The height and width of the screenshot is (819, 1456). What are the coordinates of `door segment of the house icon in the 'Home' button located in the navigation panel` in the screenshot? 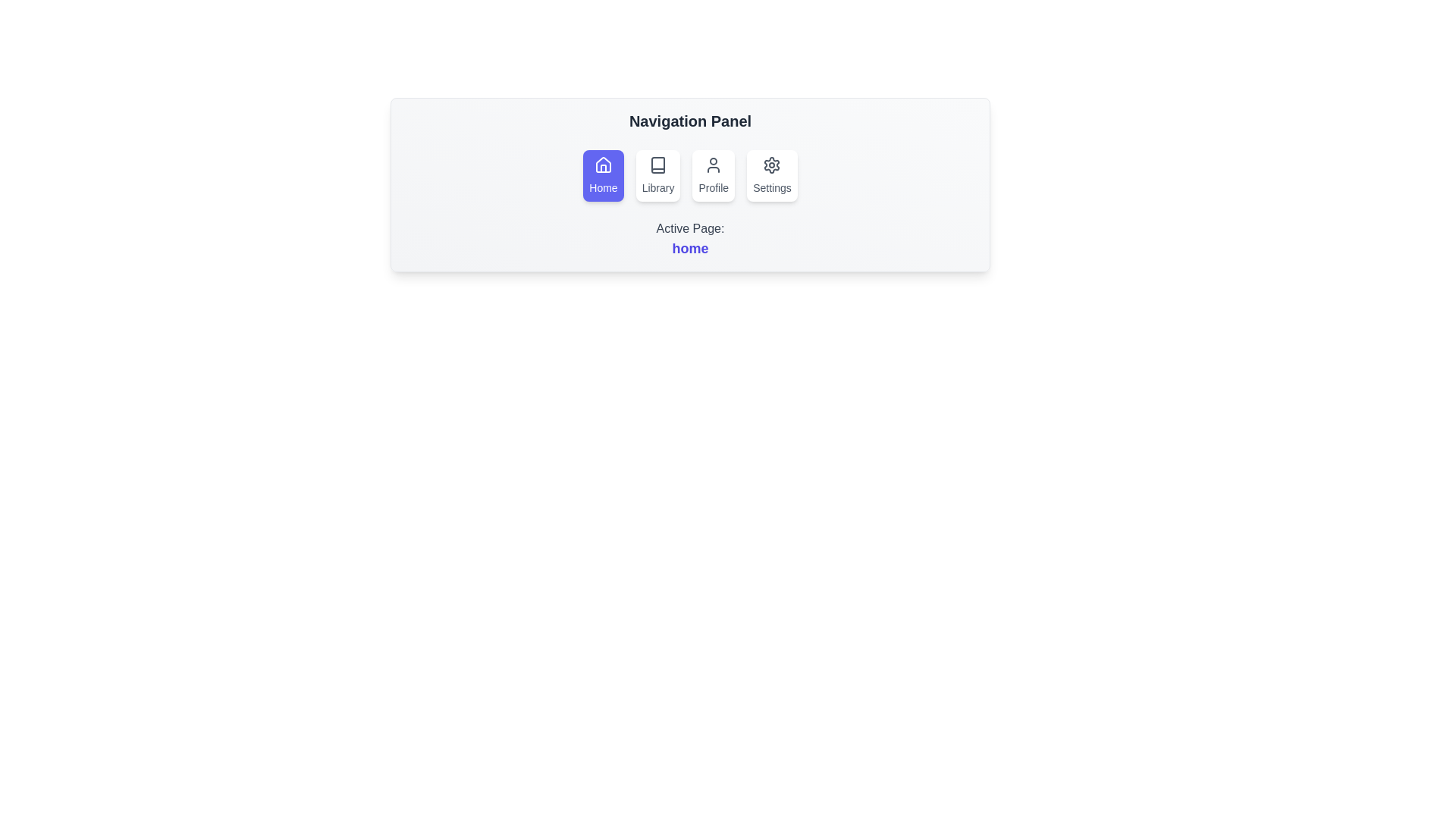 It's located at (603, 168).